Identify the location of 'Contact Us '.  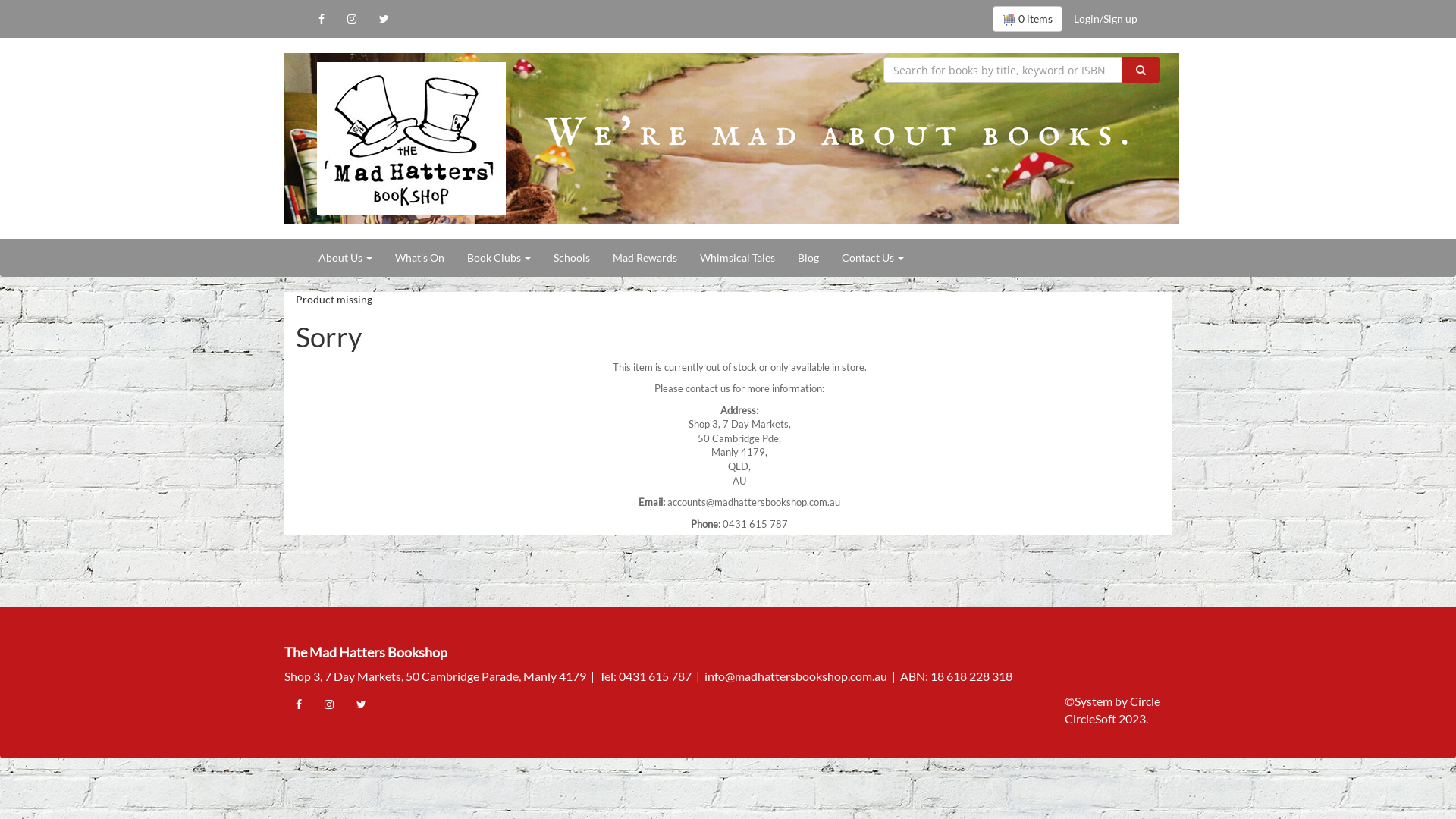
(829, 256).